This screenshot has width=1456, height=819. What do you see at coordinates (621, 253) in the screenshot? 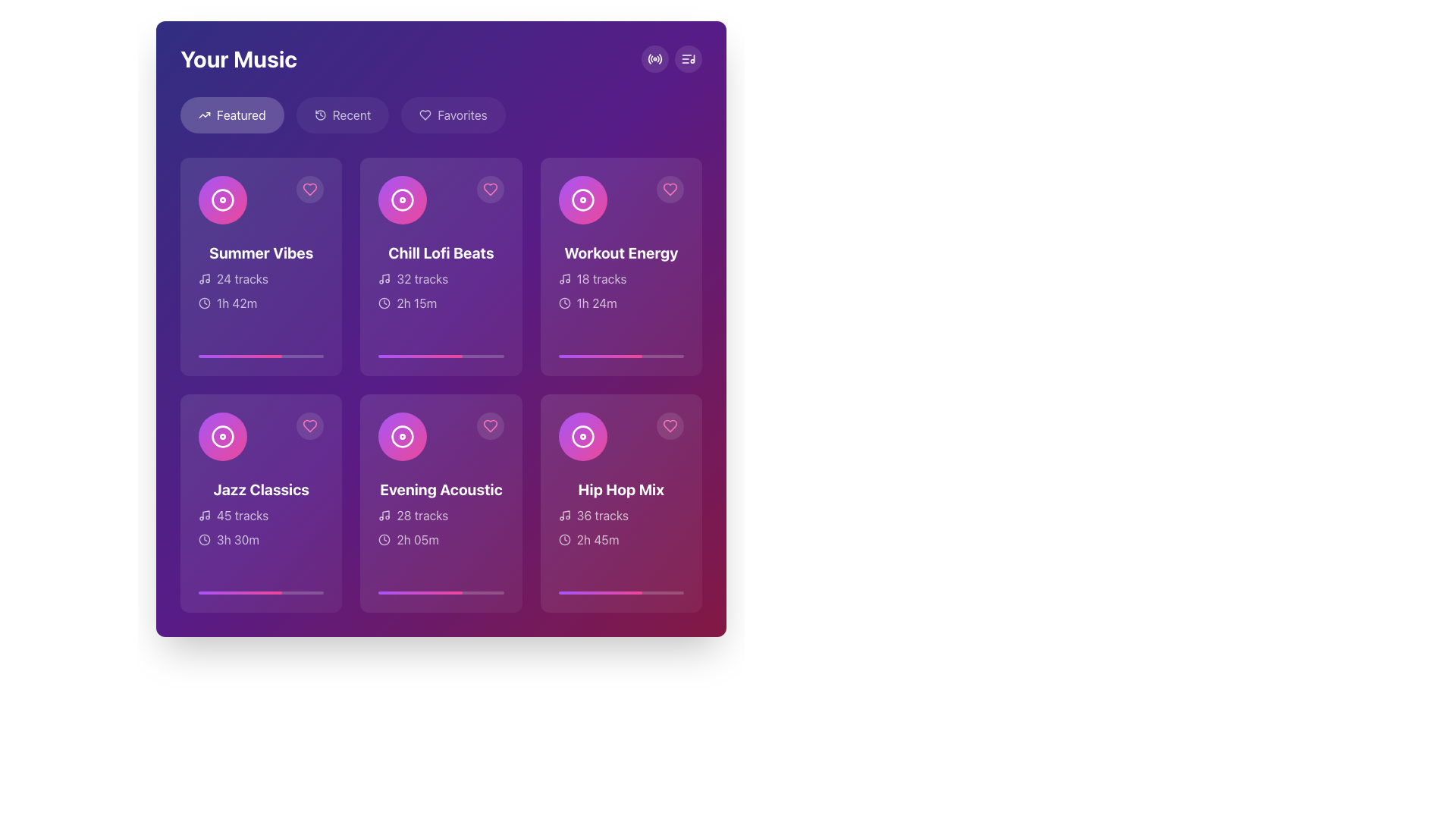
I see `text label that serves as the primary title for the third card in the top row, positioned below an icon and above additional details` at bounding box center [621, 253].